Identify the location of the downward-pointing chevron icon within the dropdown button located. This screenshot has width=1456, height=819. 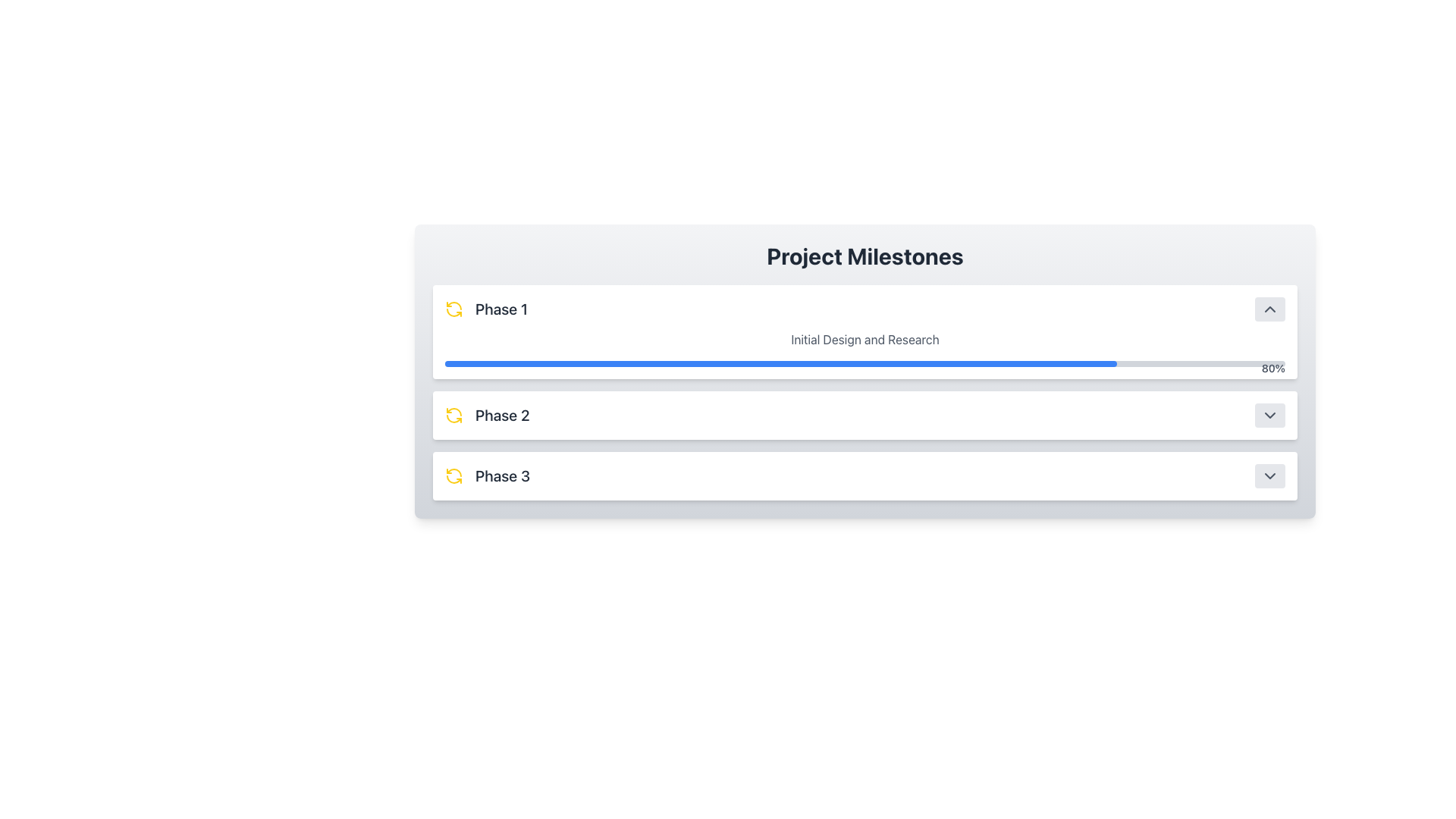
(1270, 415).